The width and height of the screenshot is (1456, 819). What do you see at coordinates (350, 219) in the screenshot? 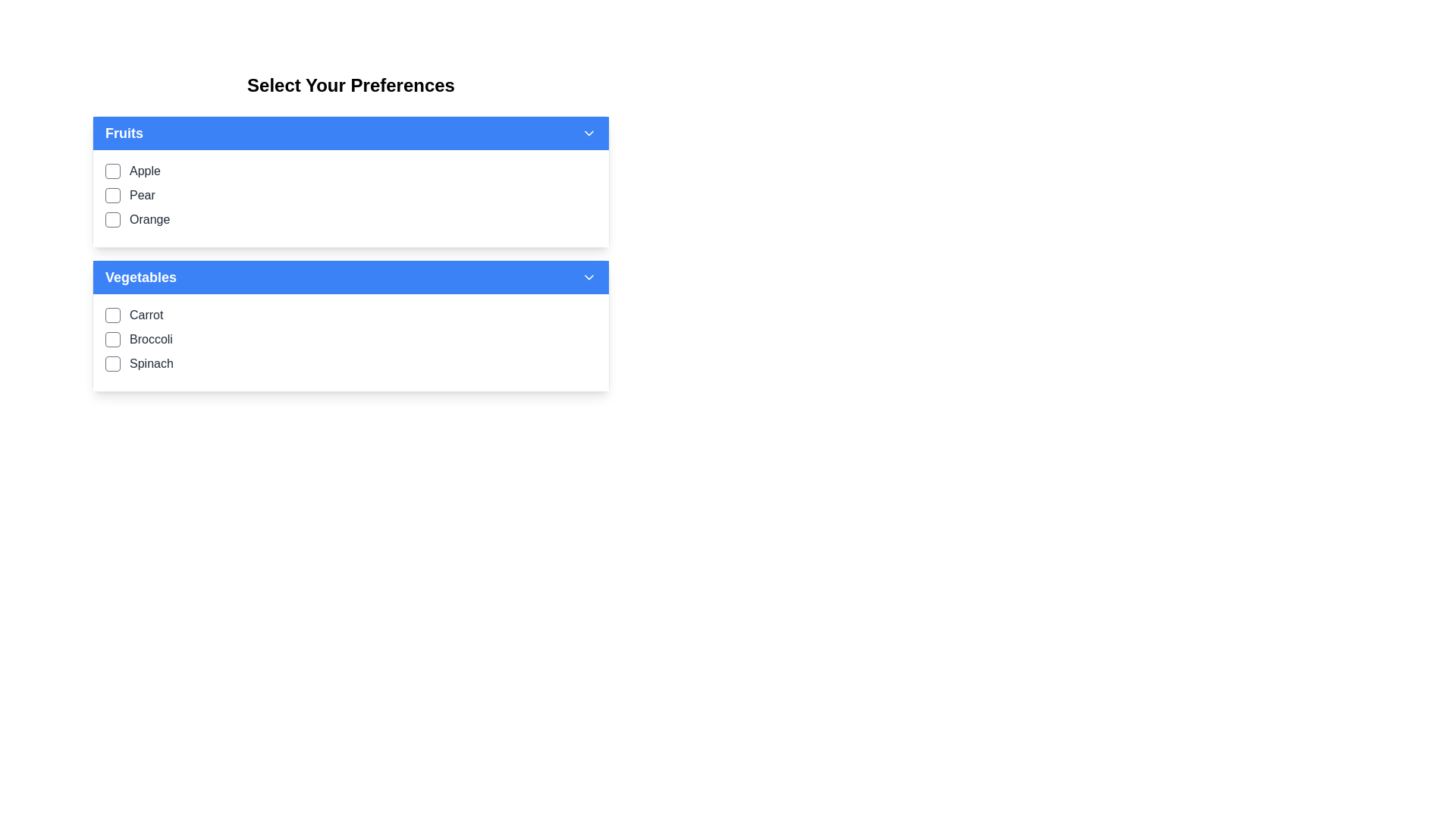
I see `the Checkbox labeled 'Orange' in the Fruits section` at bounding box center [350, 219].